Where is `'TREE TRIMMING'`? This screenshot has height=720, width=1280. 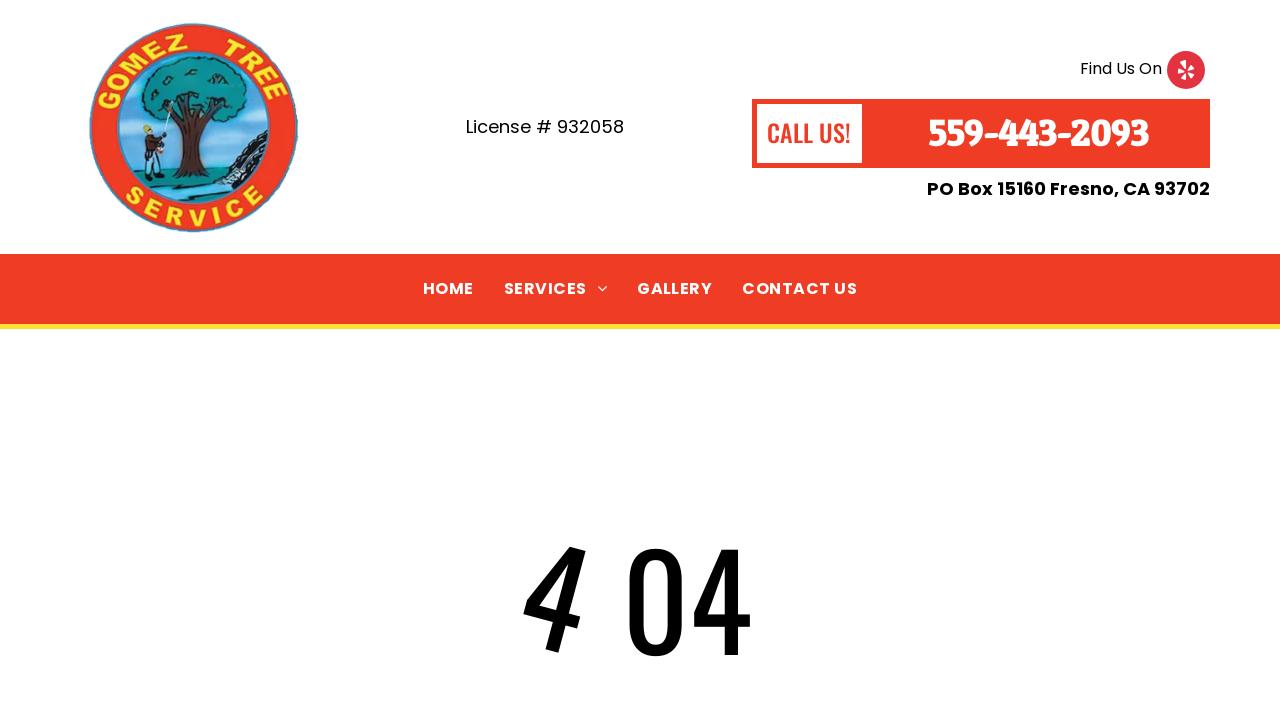
'TREE TRIMMING' is located at coordinates (581, 321).